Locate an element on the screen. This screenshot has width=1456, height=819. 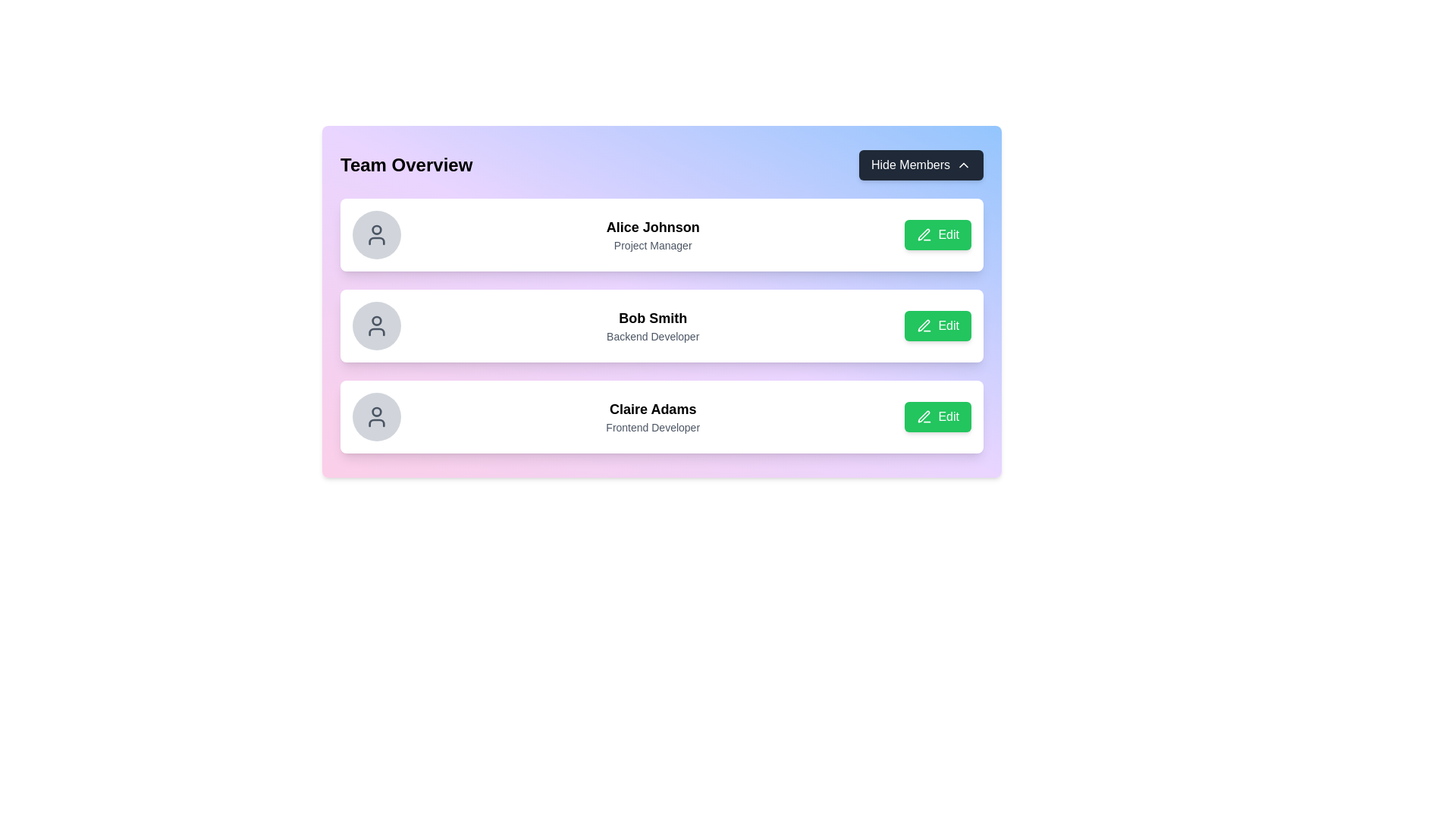
the team member details element for 'Bob Smith' is located at coordinates (662, 325).